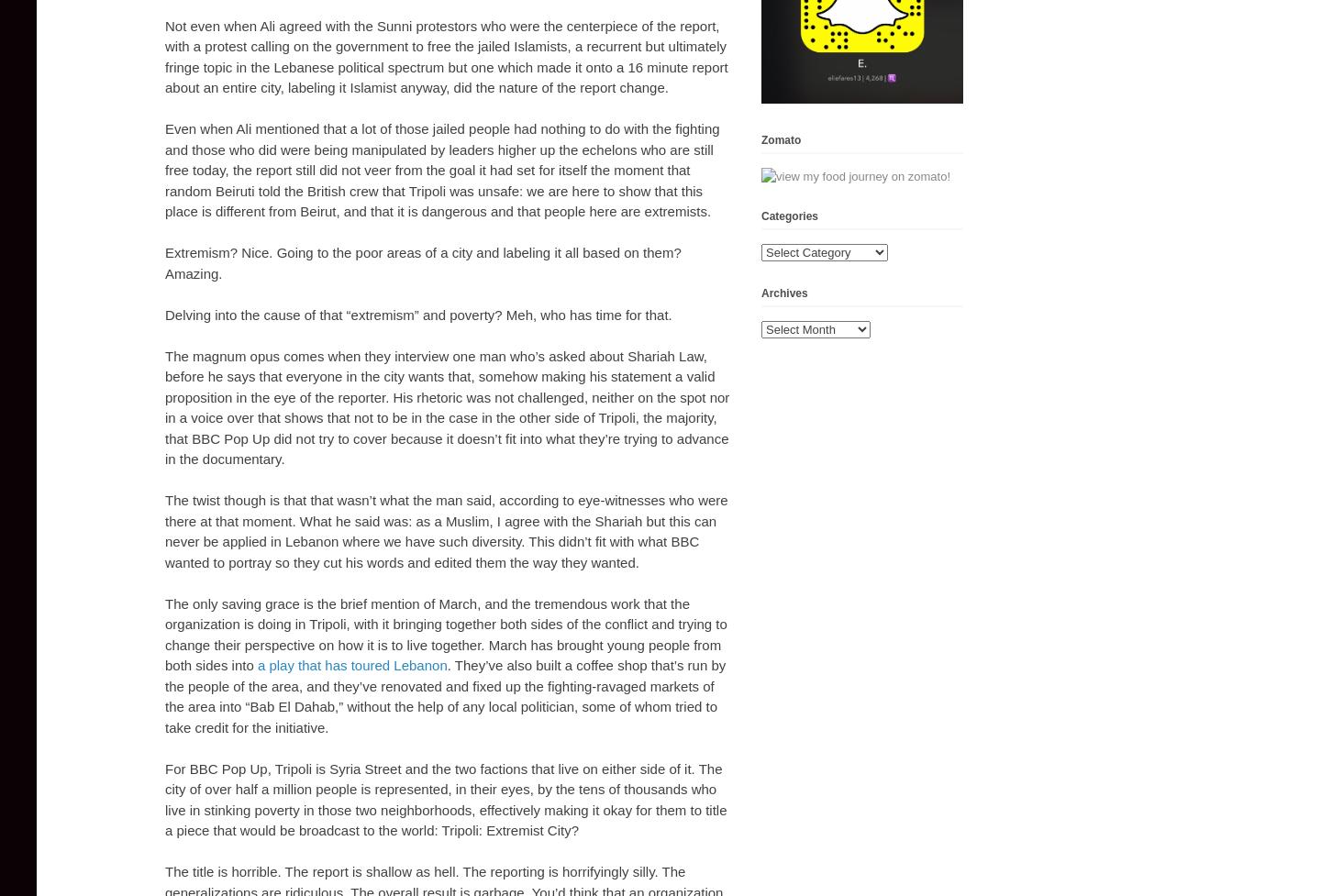 The image size is (1321, 896). Describe the element at coordinates (780, 139) in the screenshot. I see `'Zomato'` at that location.